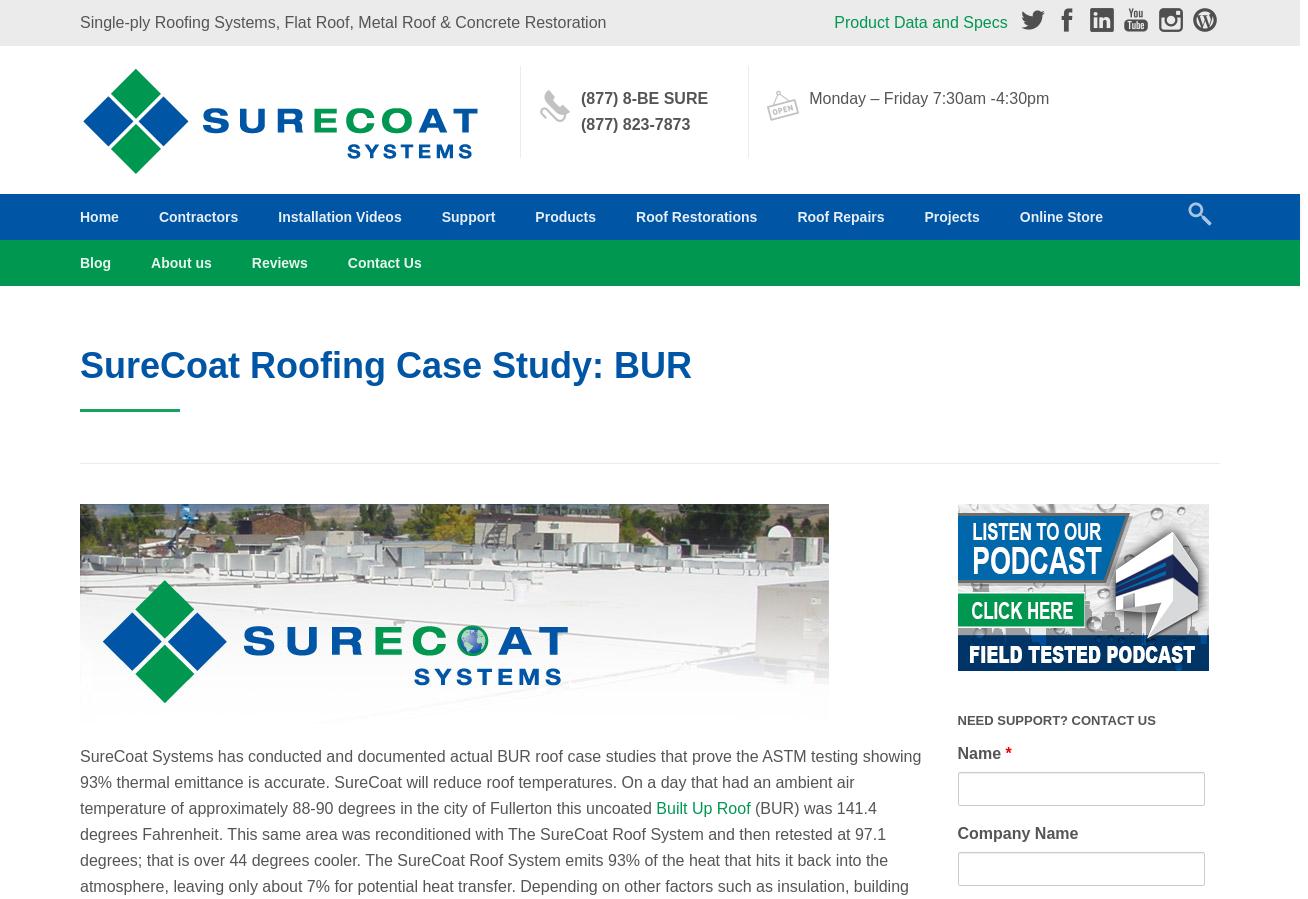 The width and height of the screenshot is (1308, 899). I want to click on 'Built Up Roof', so click(703, 807).